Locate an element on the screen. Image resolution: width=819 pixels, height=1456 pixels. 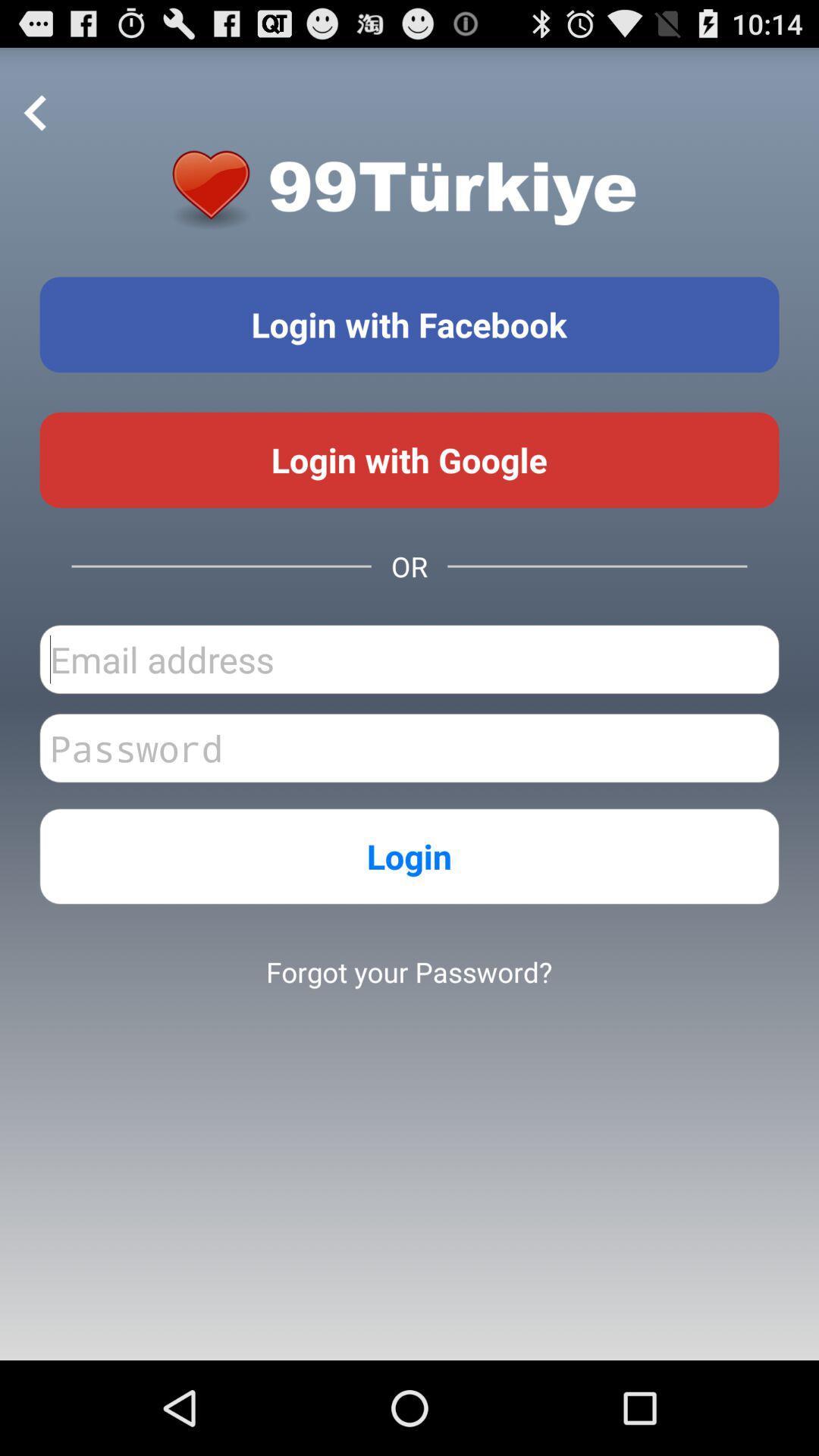
login with facebook is located at coordinates (409, 324).